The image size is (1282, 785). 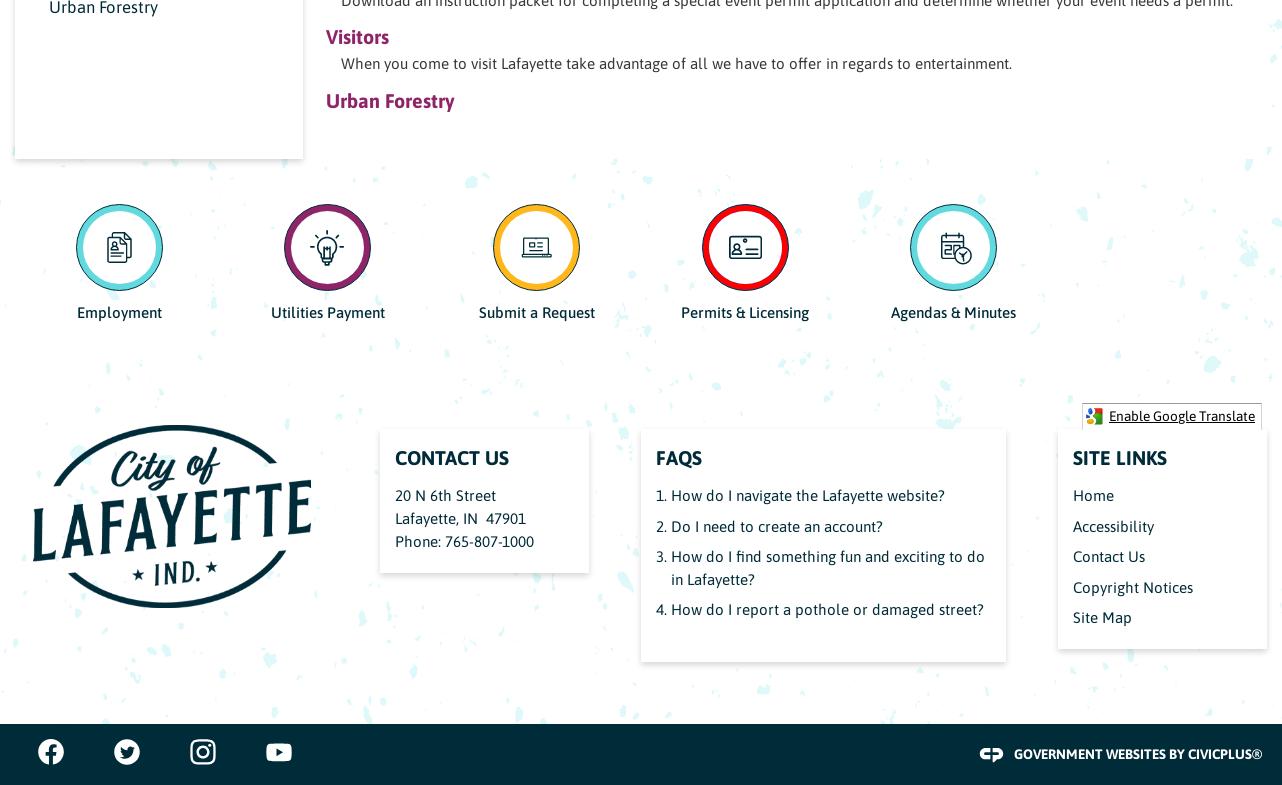 I want to click on 'How do I navigate the Lafayette website?', so click(x=807, y=495).